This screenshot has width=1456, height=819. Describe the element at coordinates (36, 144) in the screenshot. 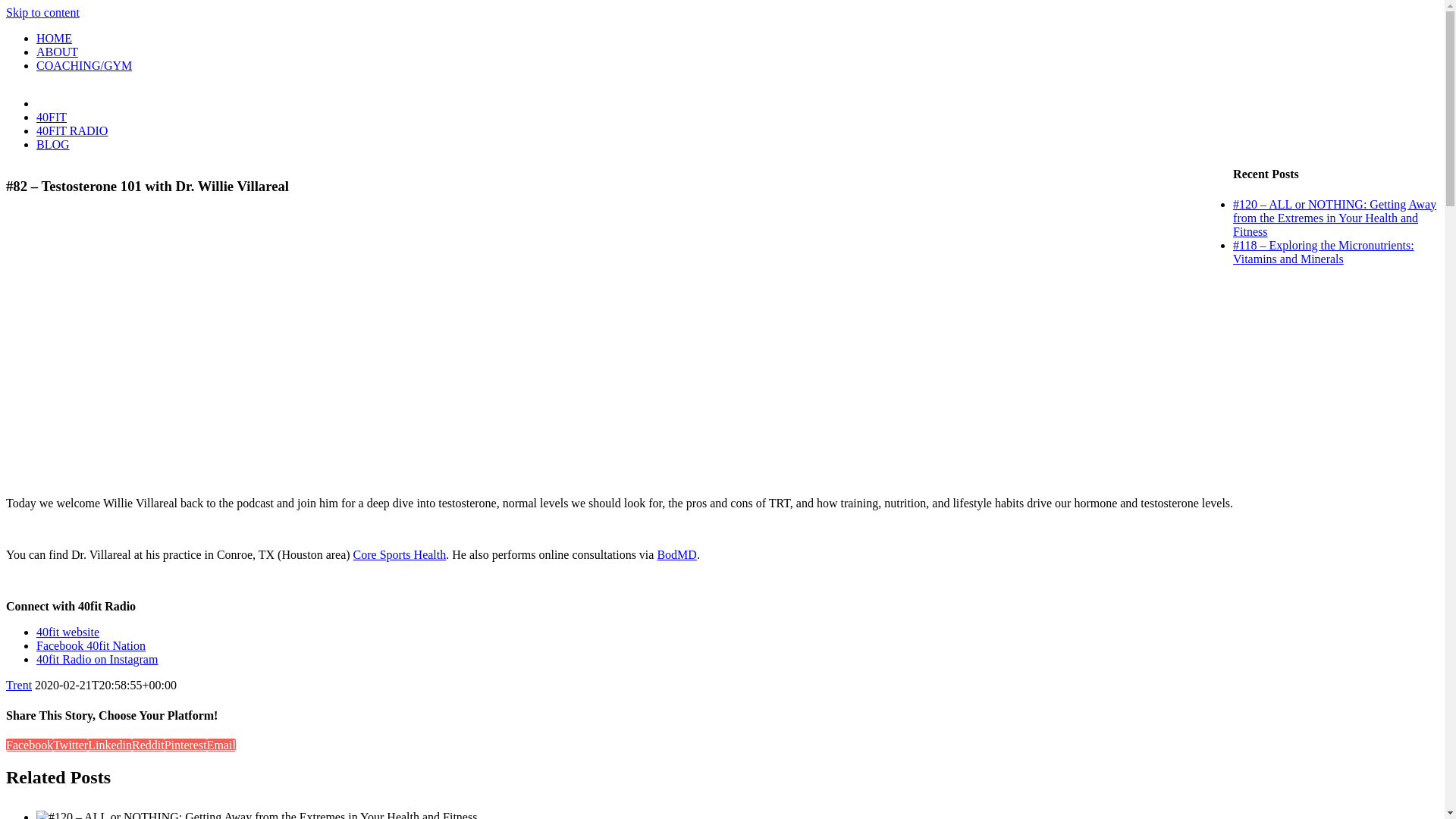

I see `'BLOG'` at that location.